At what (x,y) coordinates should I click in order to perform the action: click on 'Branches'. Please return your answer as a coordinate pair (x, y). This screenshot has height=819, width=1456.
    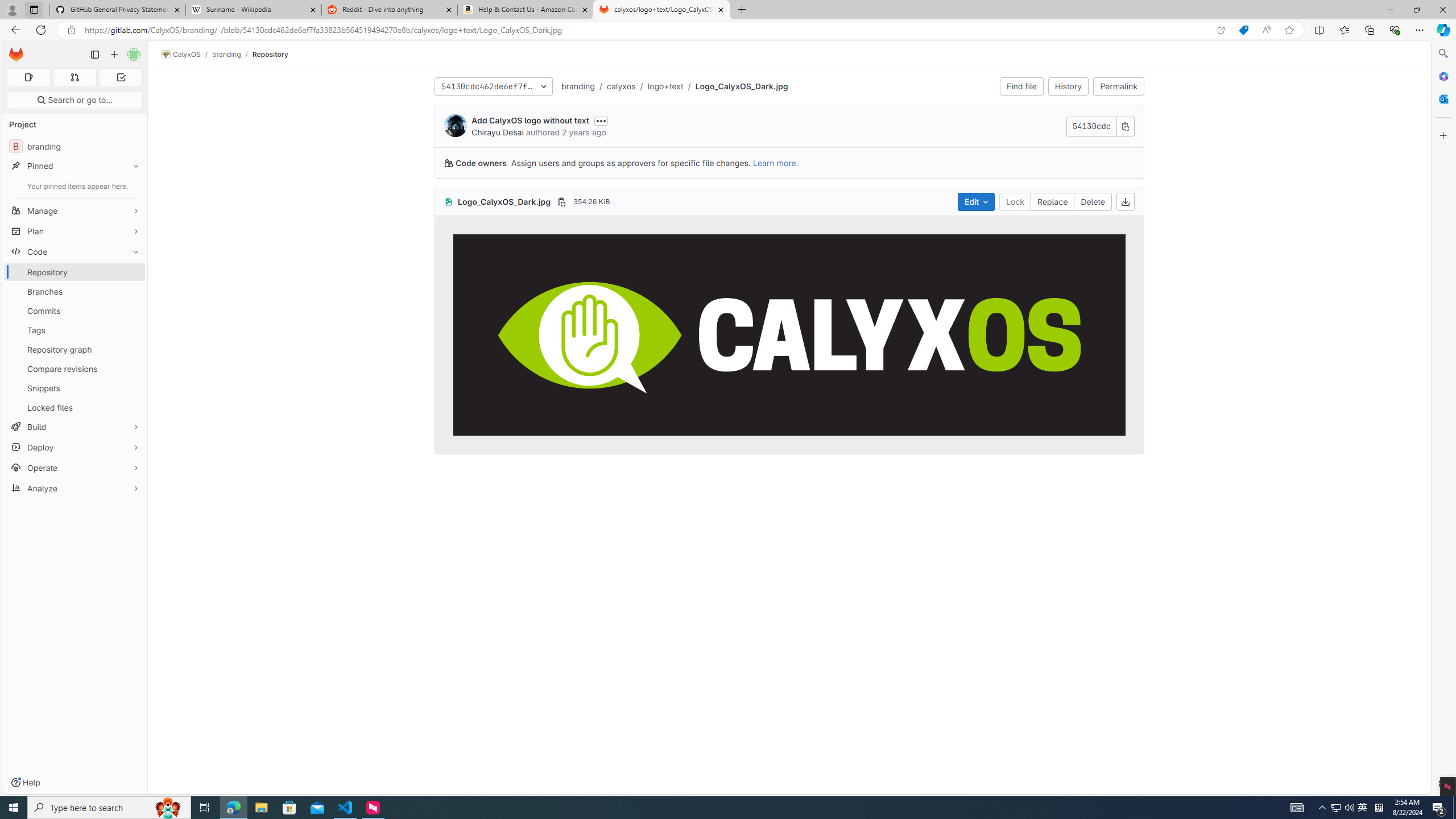
    Looking at the image, I should click on (74, 290).